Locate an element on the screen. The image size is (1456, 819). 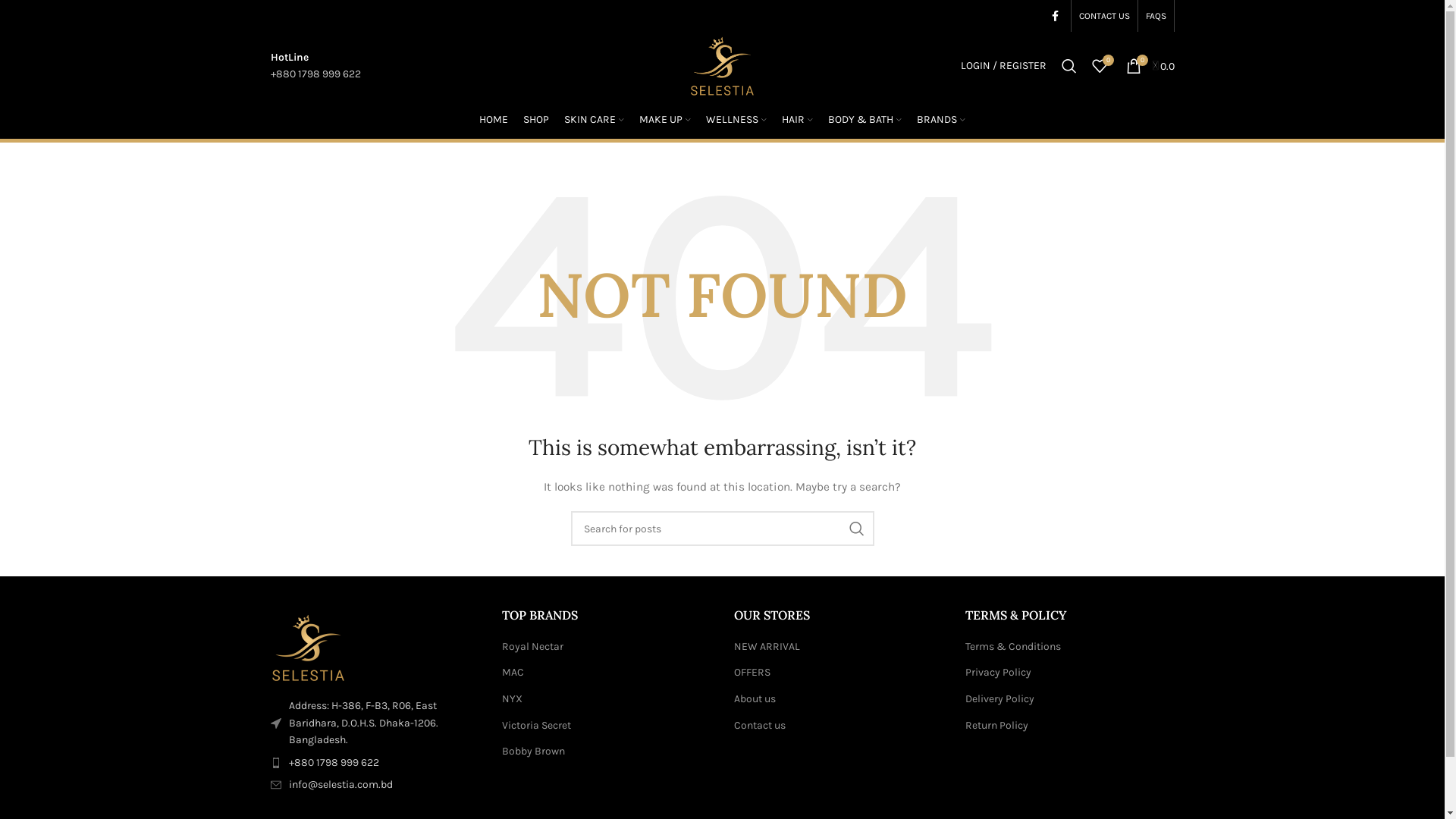
'HOME' is located at coordinates (479, 119).